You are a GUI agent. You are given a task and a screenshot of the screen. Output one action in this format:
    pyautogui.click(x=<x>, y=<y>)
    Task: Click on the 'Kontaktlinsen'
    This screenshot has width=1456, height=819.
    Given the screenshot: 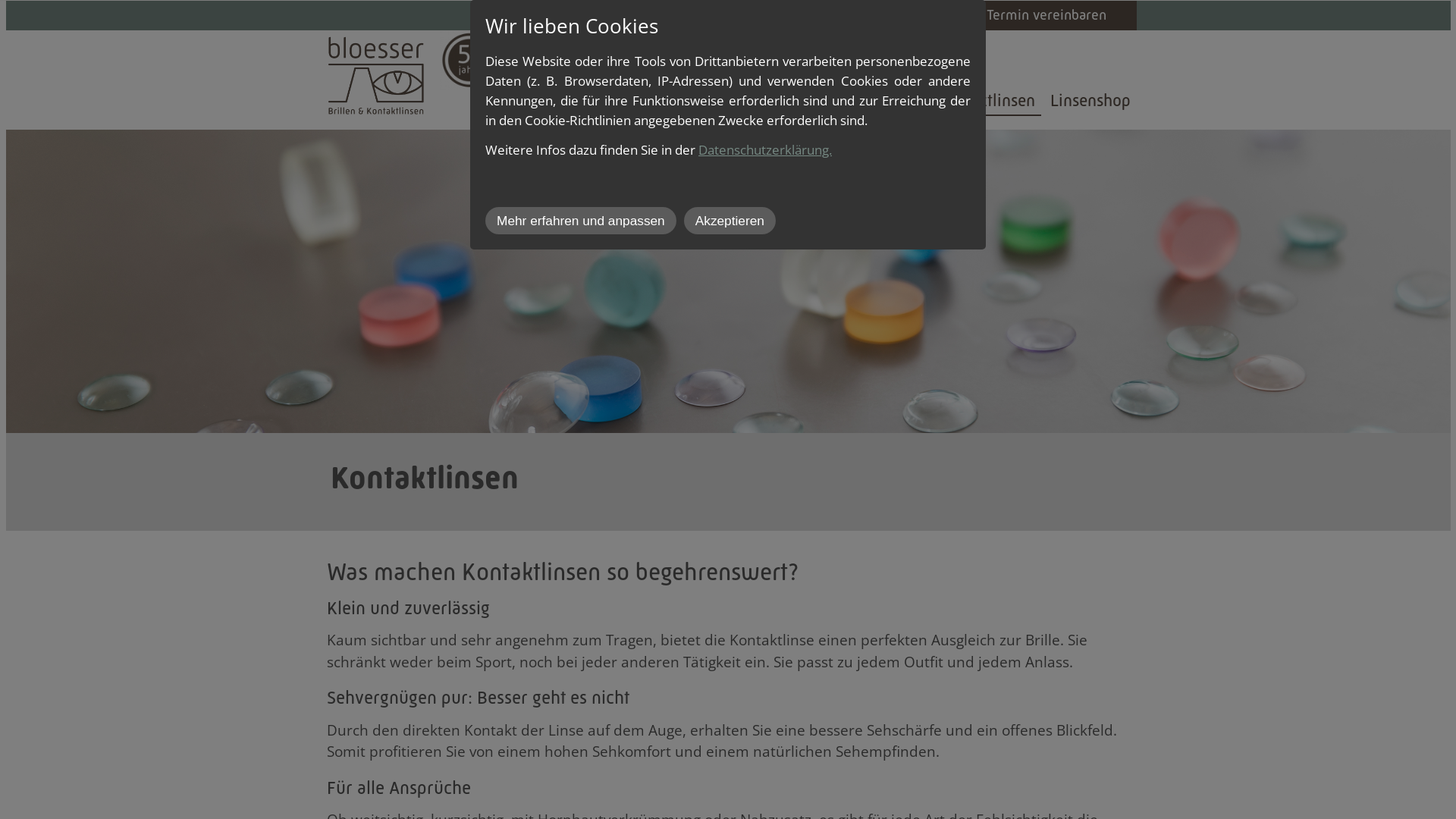 What is the action you would take?
    pyautogui.click(x=986, y=100)
    